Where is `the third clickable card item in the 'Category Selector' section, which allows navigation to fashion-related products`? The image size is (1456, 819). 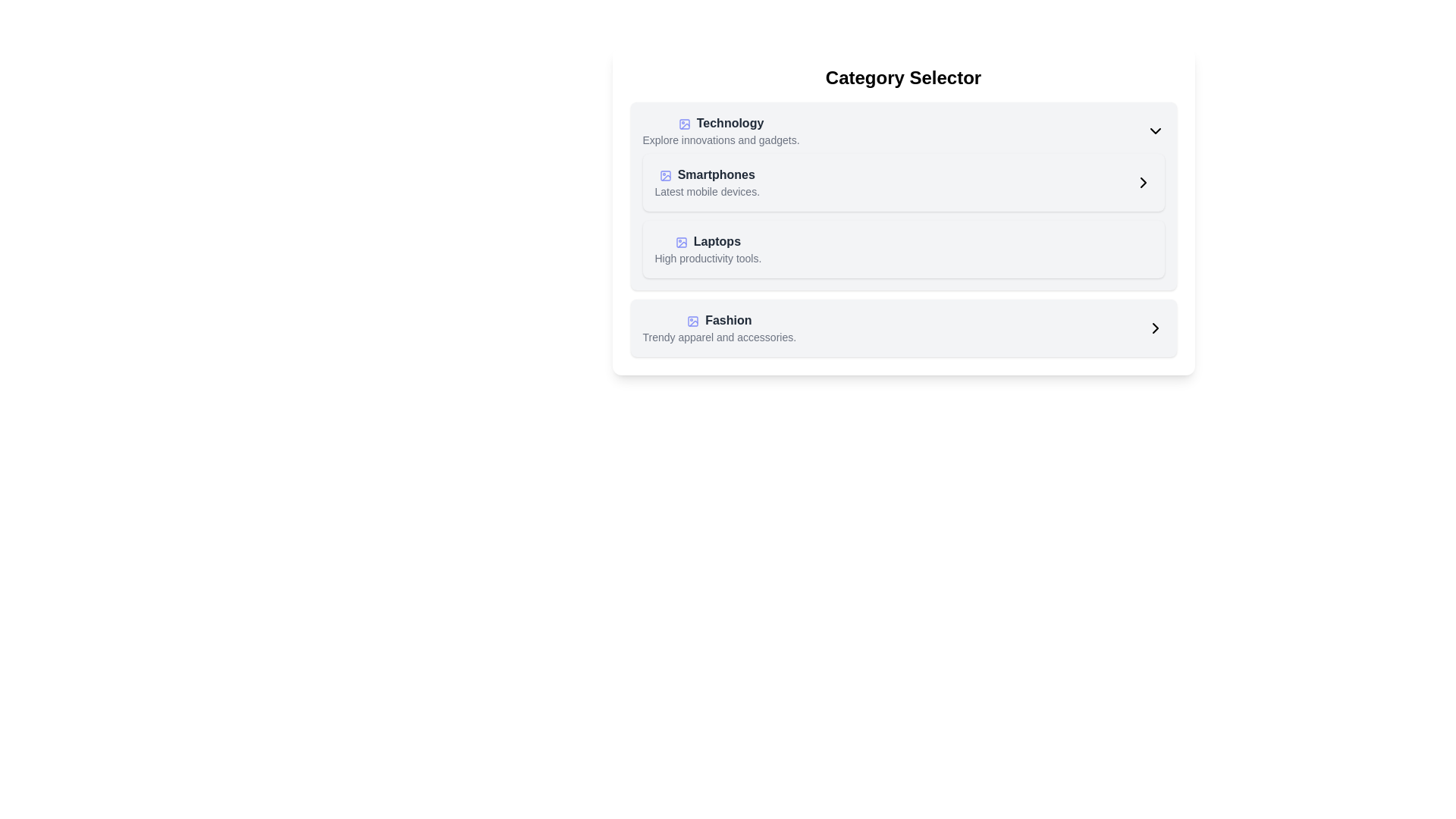
the third clickable card item in the 'Category Selector' section, which allows navigation to fashion-related products is located at coordinates (903, 327).